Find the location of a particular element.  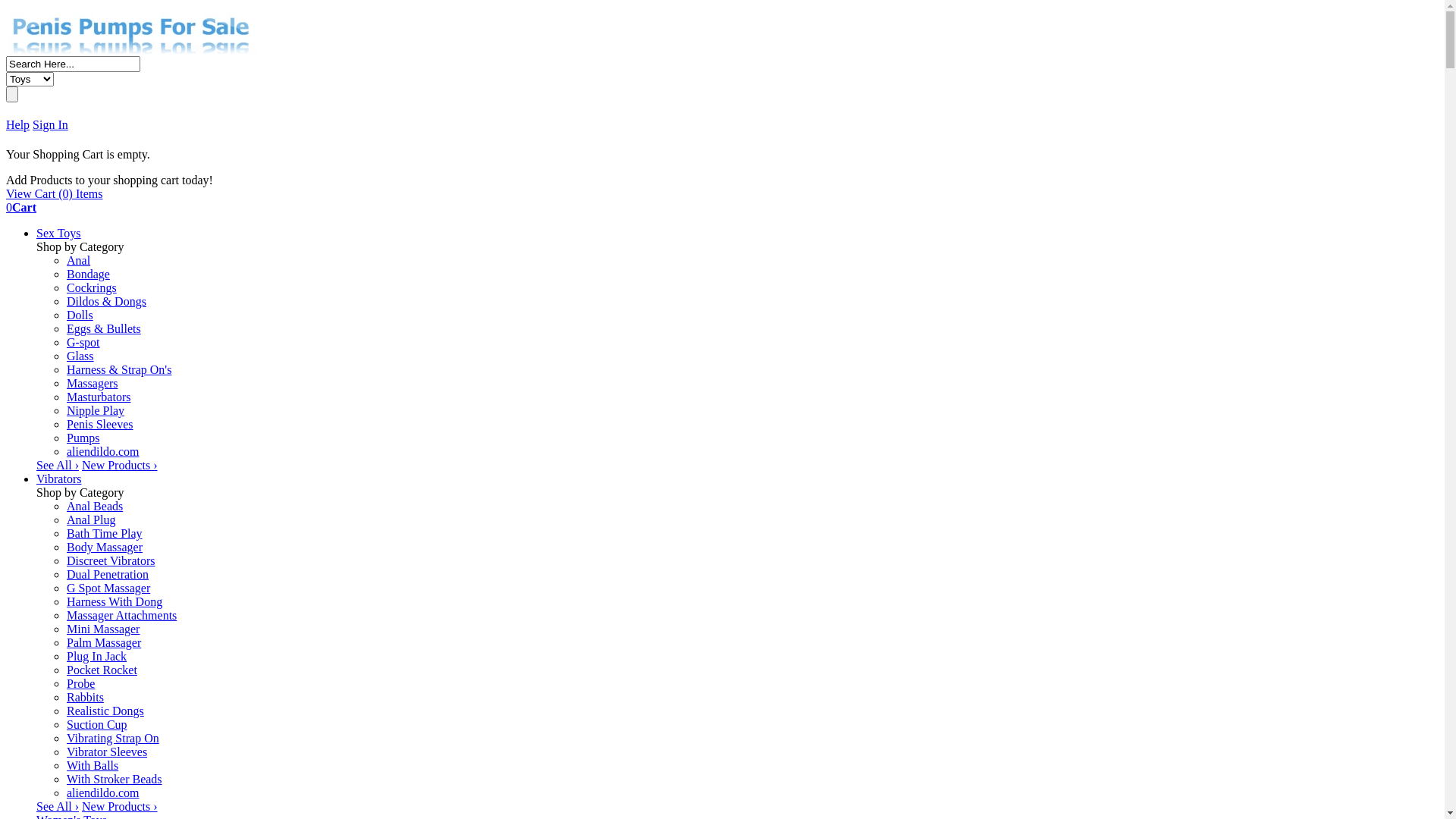

'Shop.penispumpsforsale.com' is located at coordinates (133, 49).